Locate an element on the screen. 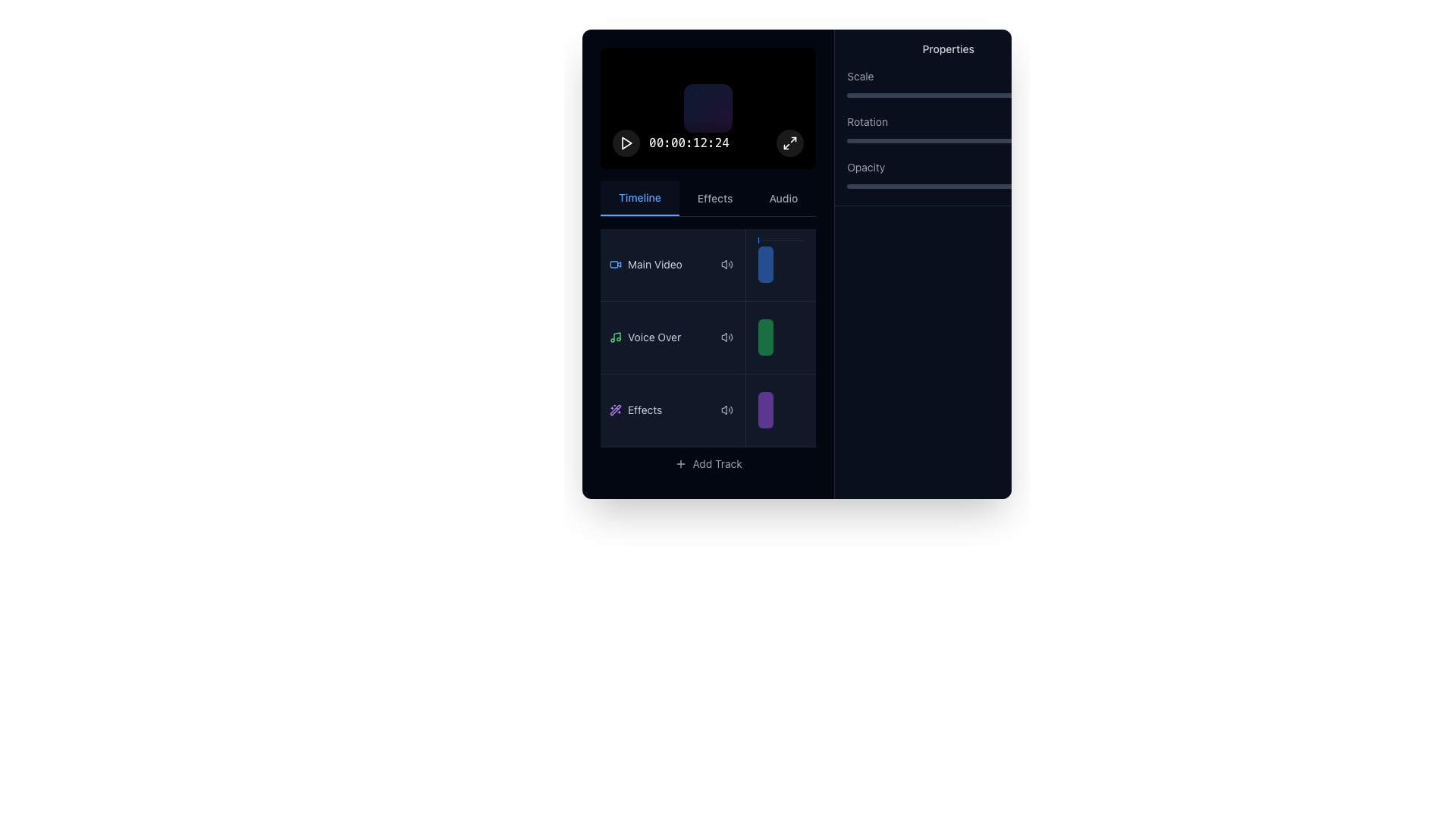 The height and width of the screenshot is (819, 1456). the 'Effects' label, which features a dark background, a purple wand icon with sparkles, and gray text, located in the left panel of the application interface below 'Main Video' and 'Voice Over' is located at coordinates (635, 410).